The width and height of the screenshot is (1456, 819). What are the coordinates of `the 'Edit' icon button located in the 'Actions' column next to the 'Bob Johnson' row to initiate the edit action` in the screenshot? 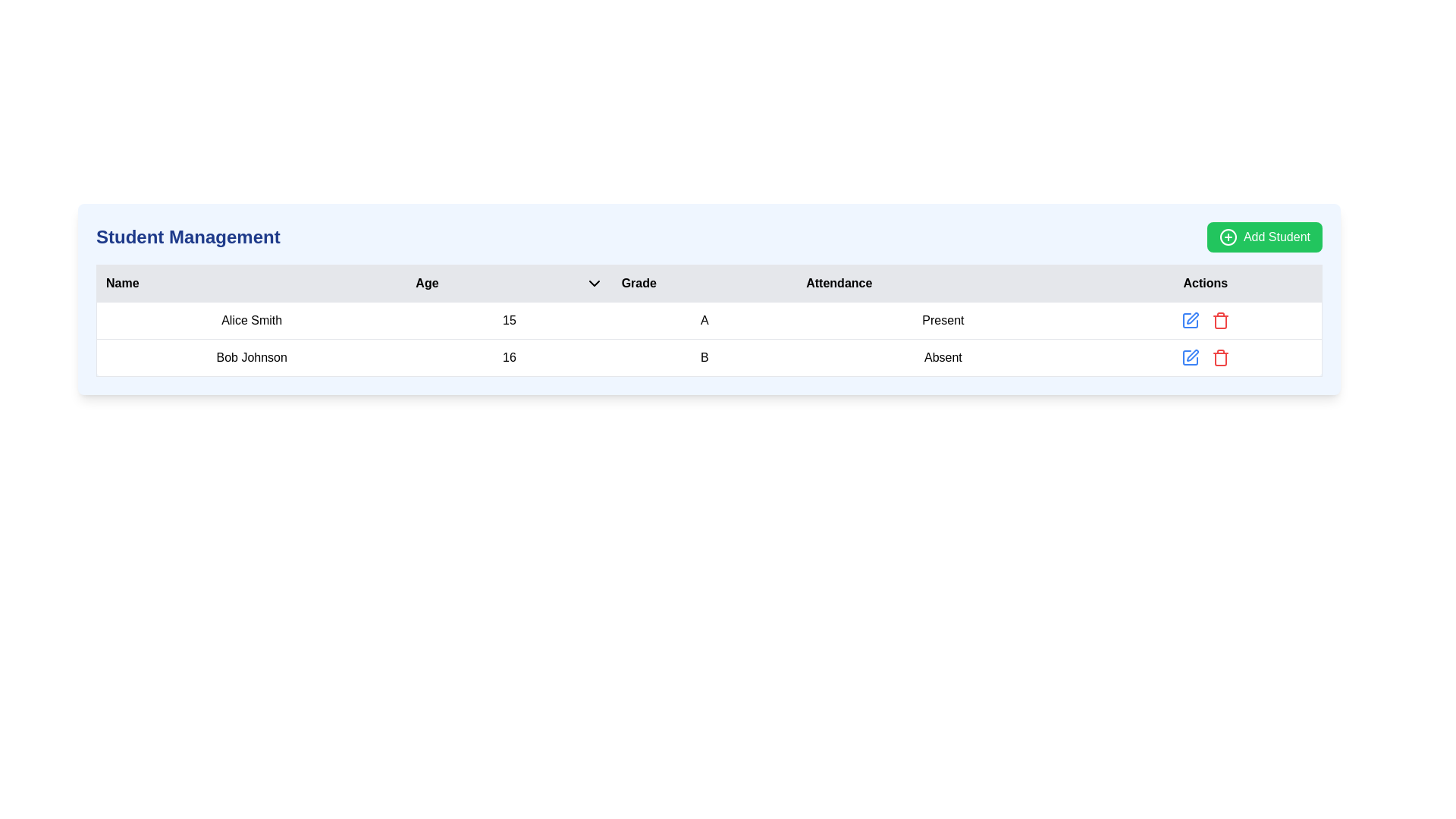 It's located at (1189, 357).